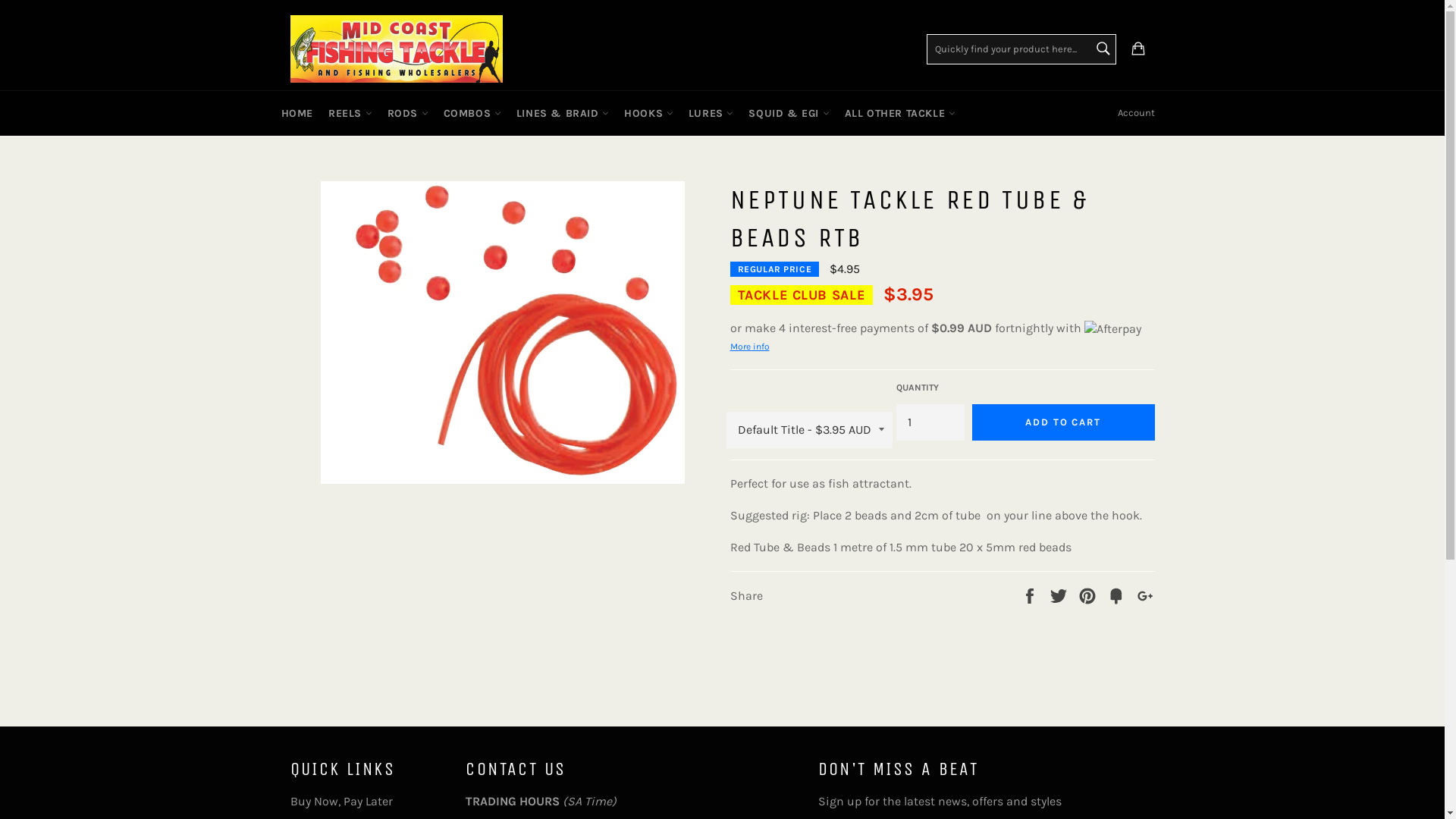 This screenshot has width=1456, height=819. I want to click on 'RODS', so click(407, 112).